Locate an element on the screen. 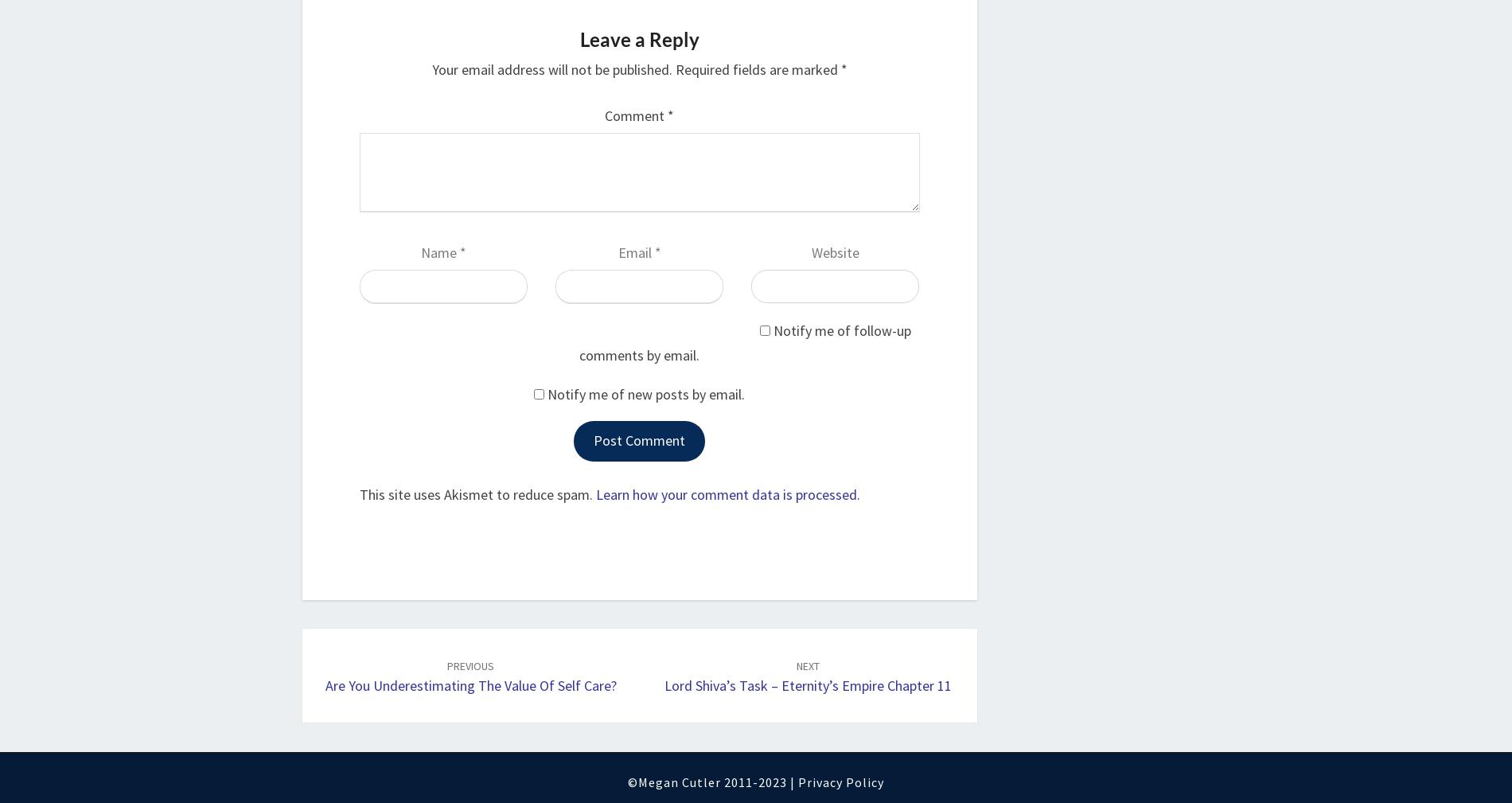 Image resolution: width=1512 pixels, height=803 pixels. 'Website' is located at coordinates (834, 251).